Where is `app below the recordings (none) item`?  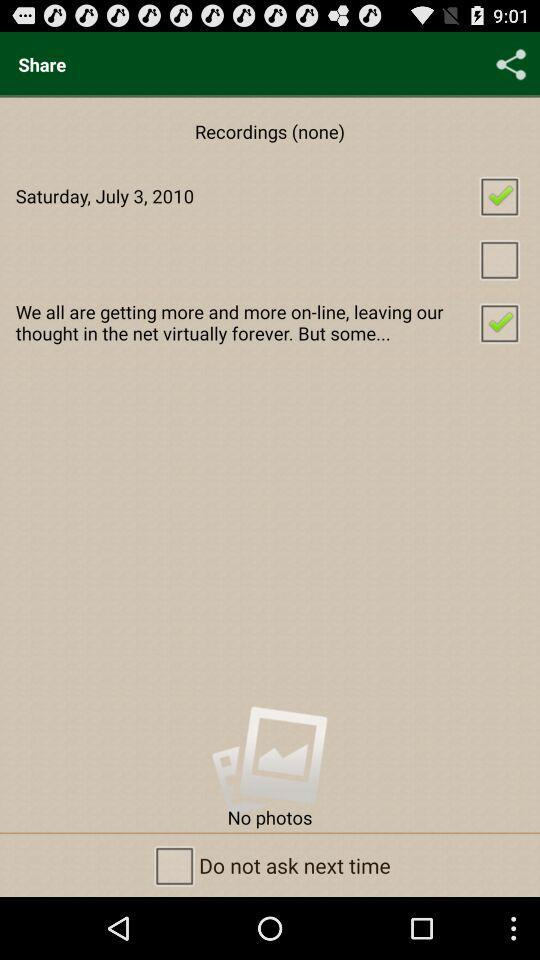
app below the recordings (none) item is located at coordinates (270, 195).